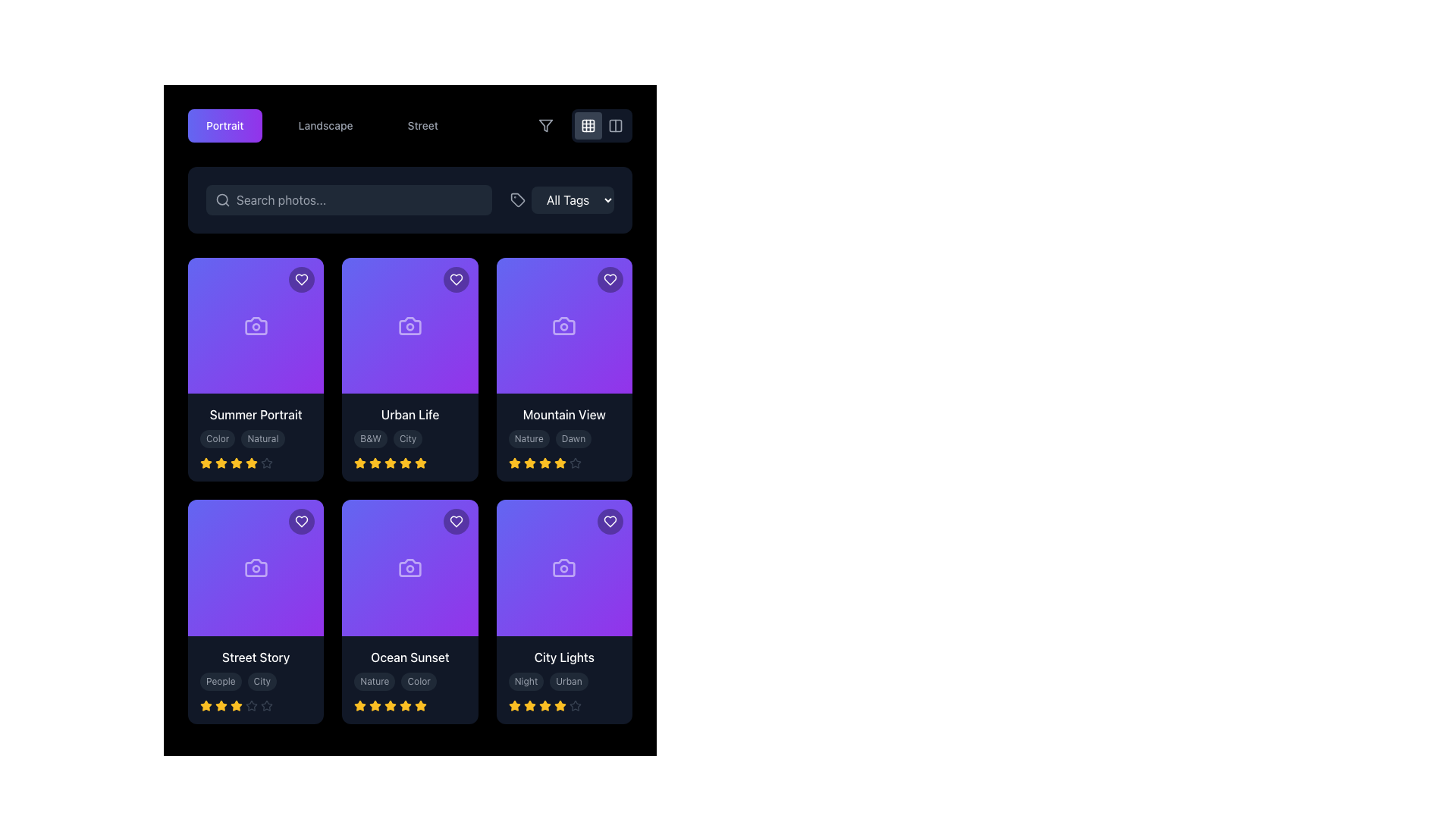  What do you see at coordinates (544, 705) in the screenshot?
I see `the fifth star icon in the rating system associated with the 'City Lights' card, which is represented with a filled amber appearance` at bounding box center [544, 705].